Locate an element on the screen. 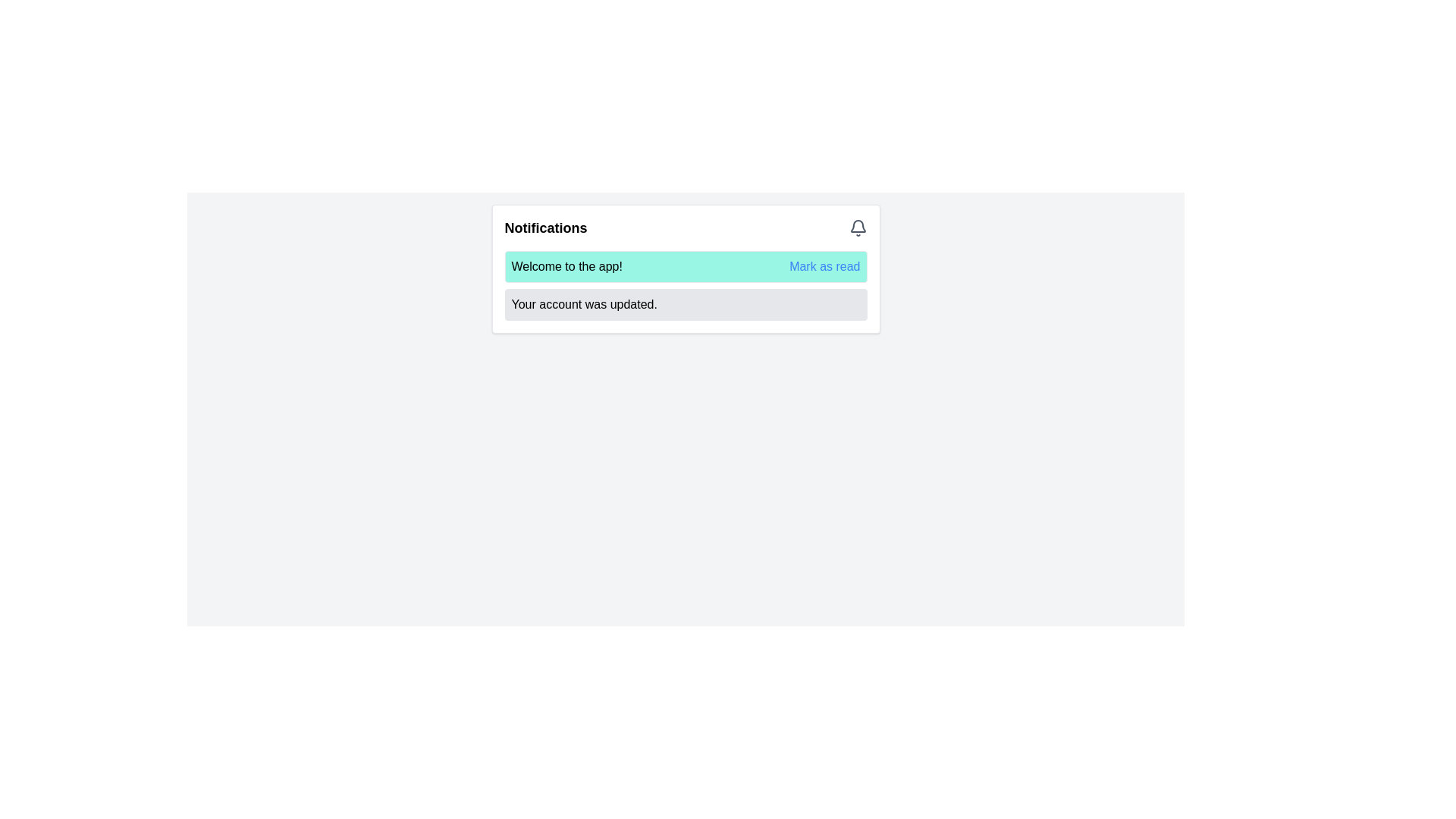 The height and width of the screenshot is (819, 1456). the bell icon located at the top-right corner of the notification section, next to the 'Notifications' header is located at coordinates (858, 227).